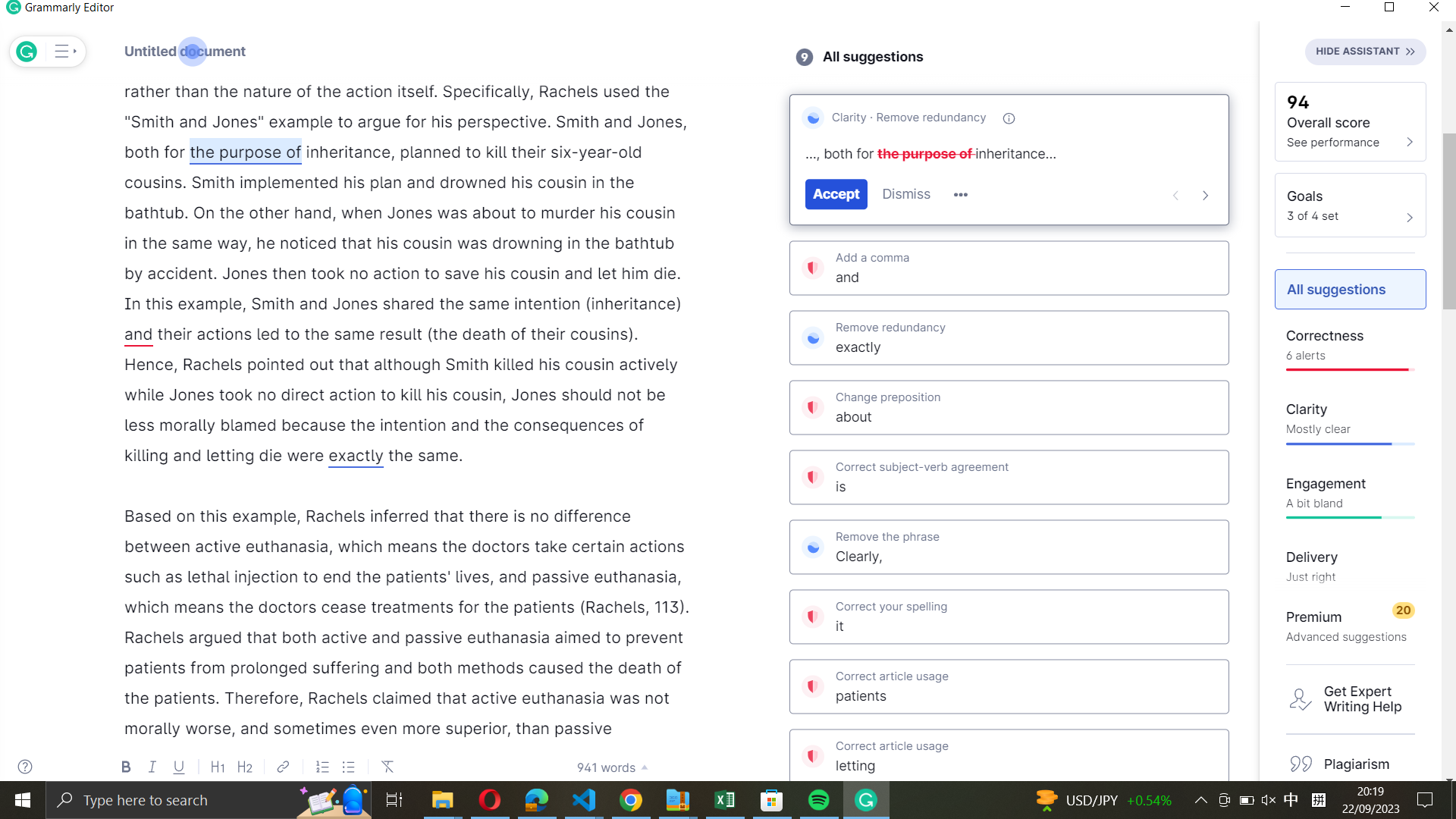 Image resolution: width=1456 pixels, height=819 pixels. Describe the element at coordinates (347, 152) in the screenshot. I see `Change the selected word to italic format` at that location.